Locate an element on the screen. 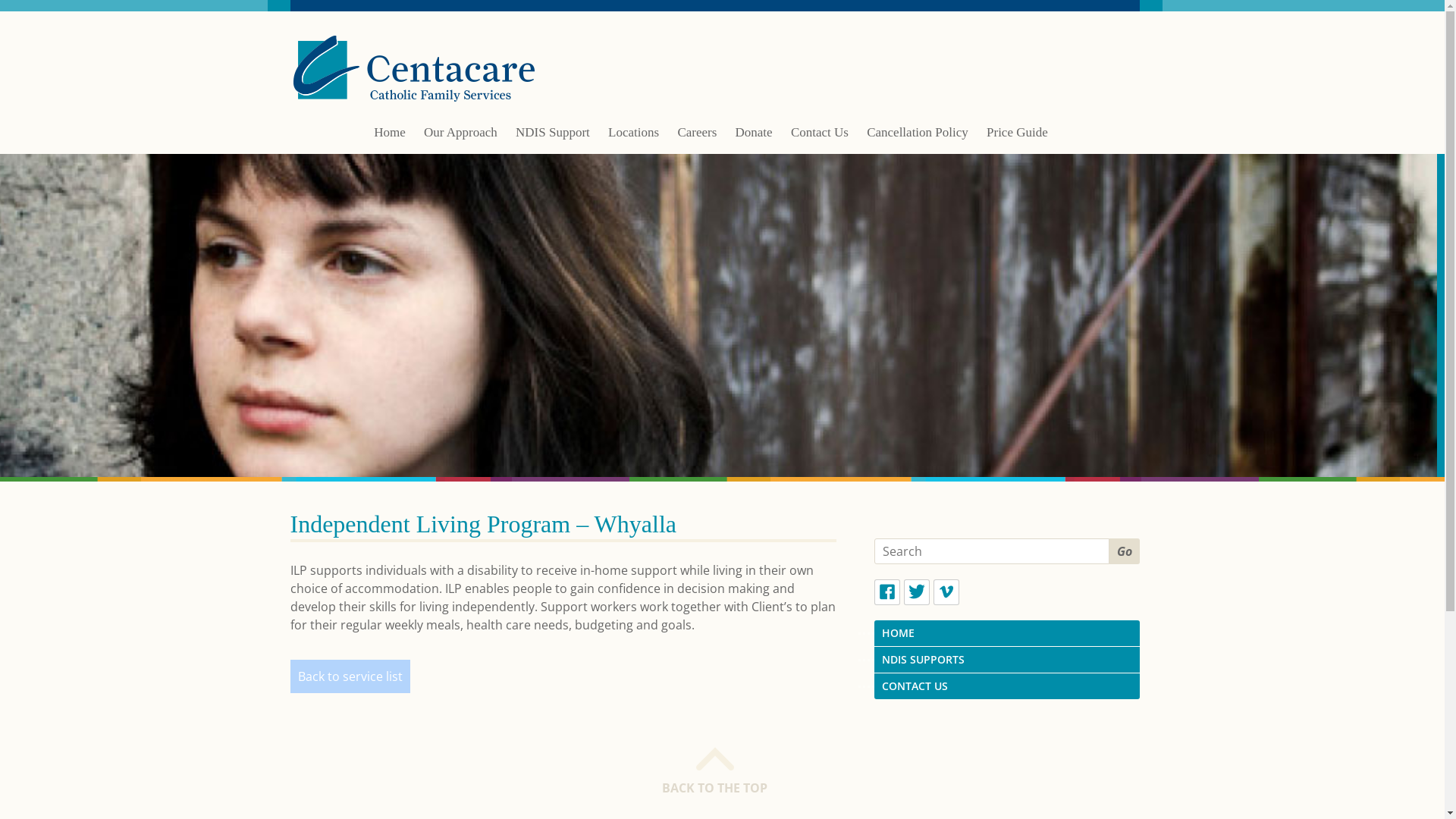 The width and height of the screenshot is (1456, 819). 'HOME' is located at coordinates (1006, 632).